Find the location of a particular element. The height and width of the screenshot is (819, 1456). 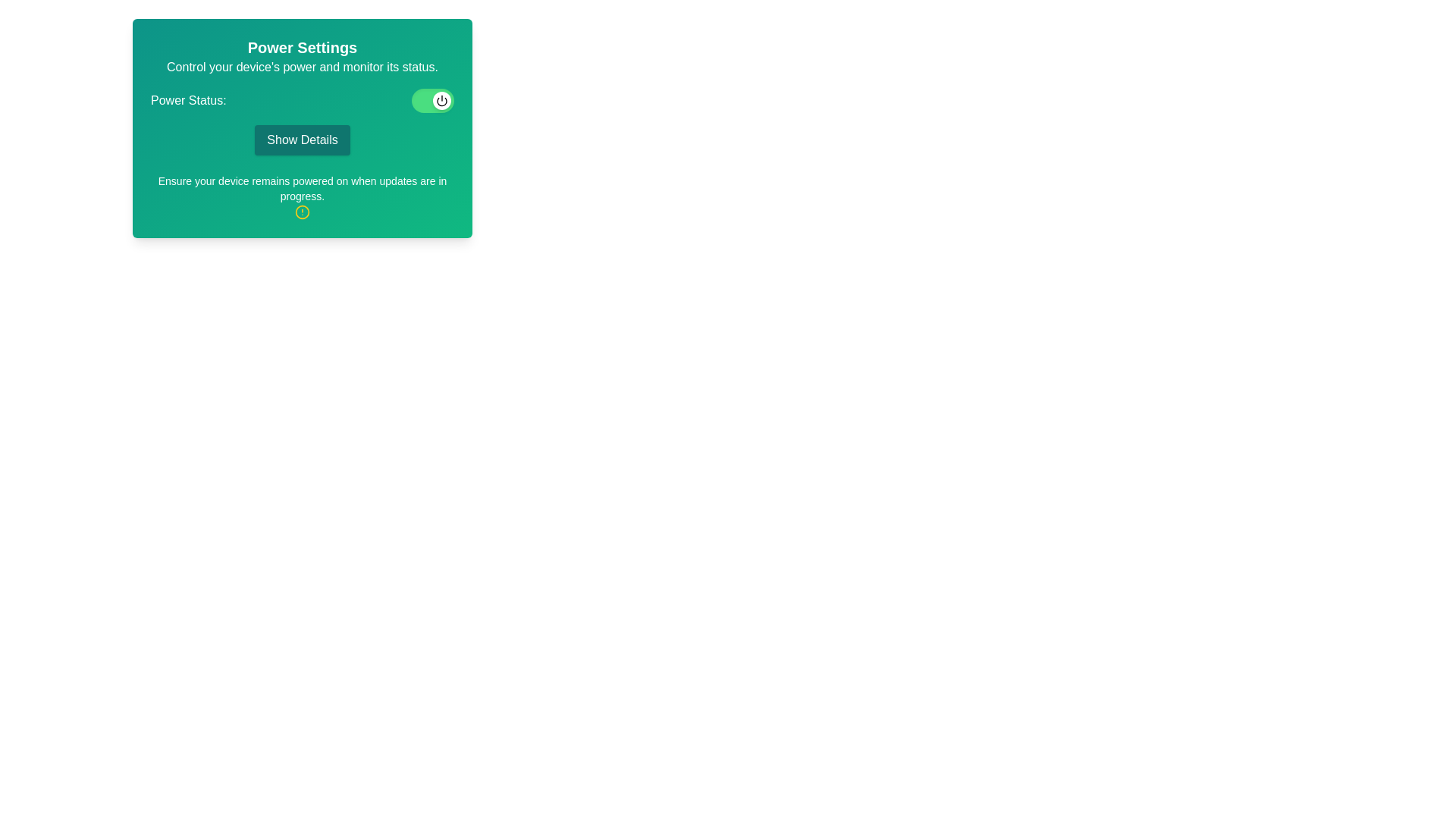

the informational static text reminding users to keep their device powered during updates, located within the 'Power Settings' card layout is located at coordinates (302, 188).